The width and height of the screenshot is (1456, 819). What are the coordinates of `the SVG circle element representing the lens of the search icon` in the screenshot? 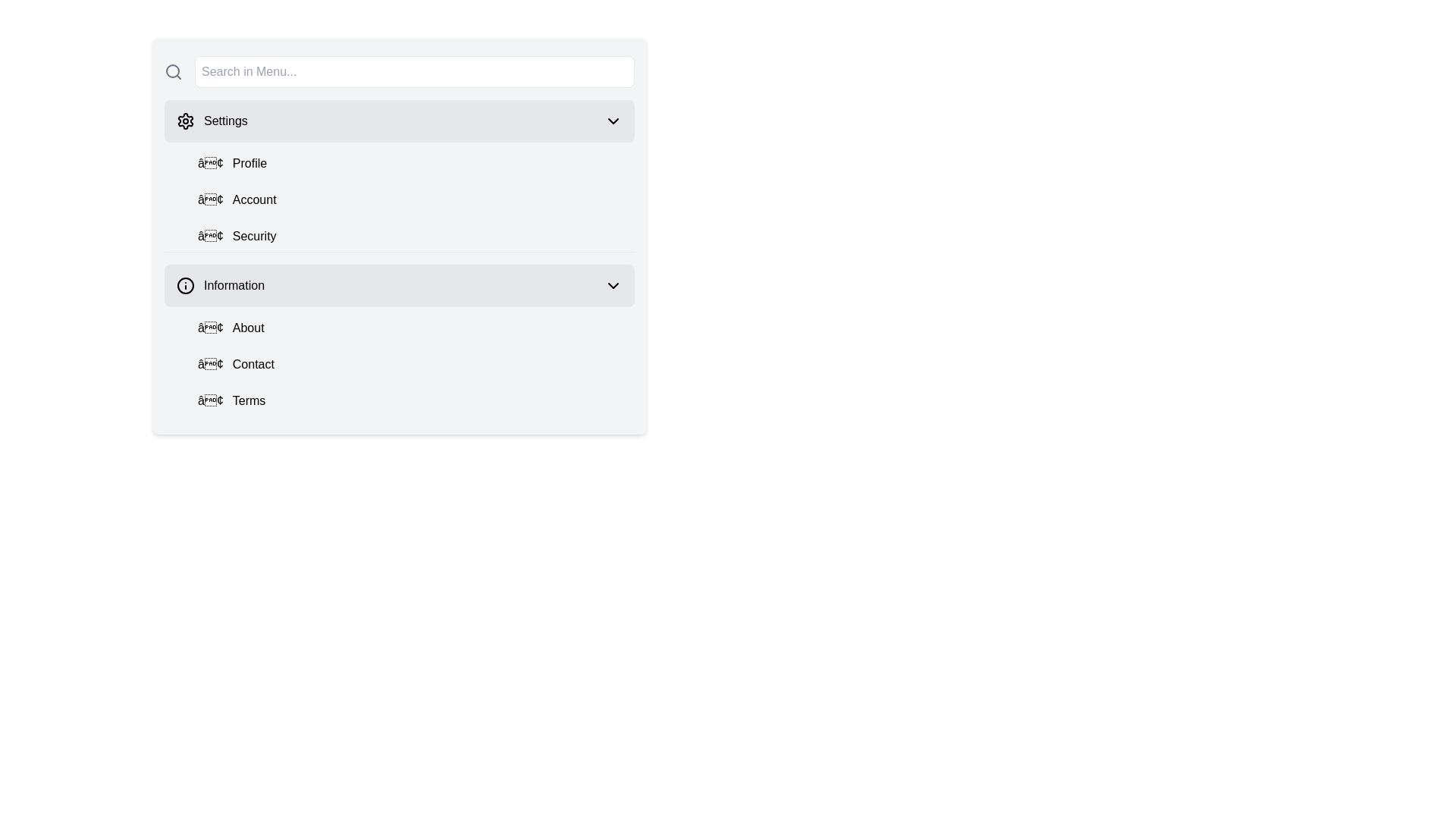 It's located at (172, 71).